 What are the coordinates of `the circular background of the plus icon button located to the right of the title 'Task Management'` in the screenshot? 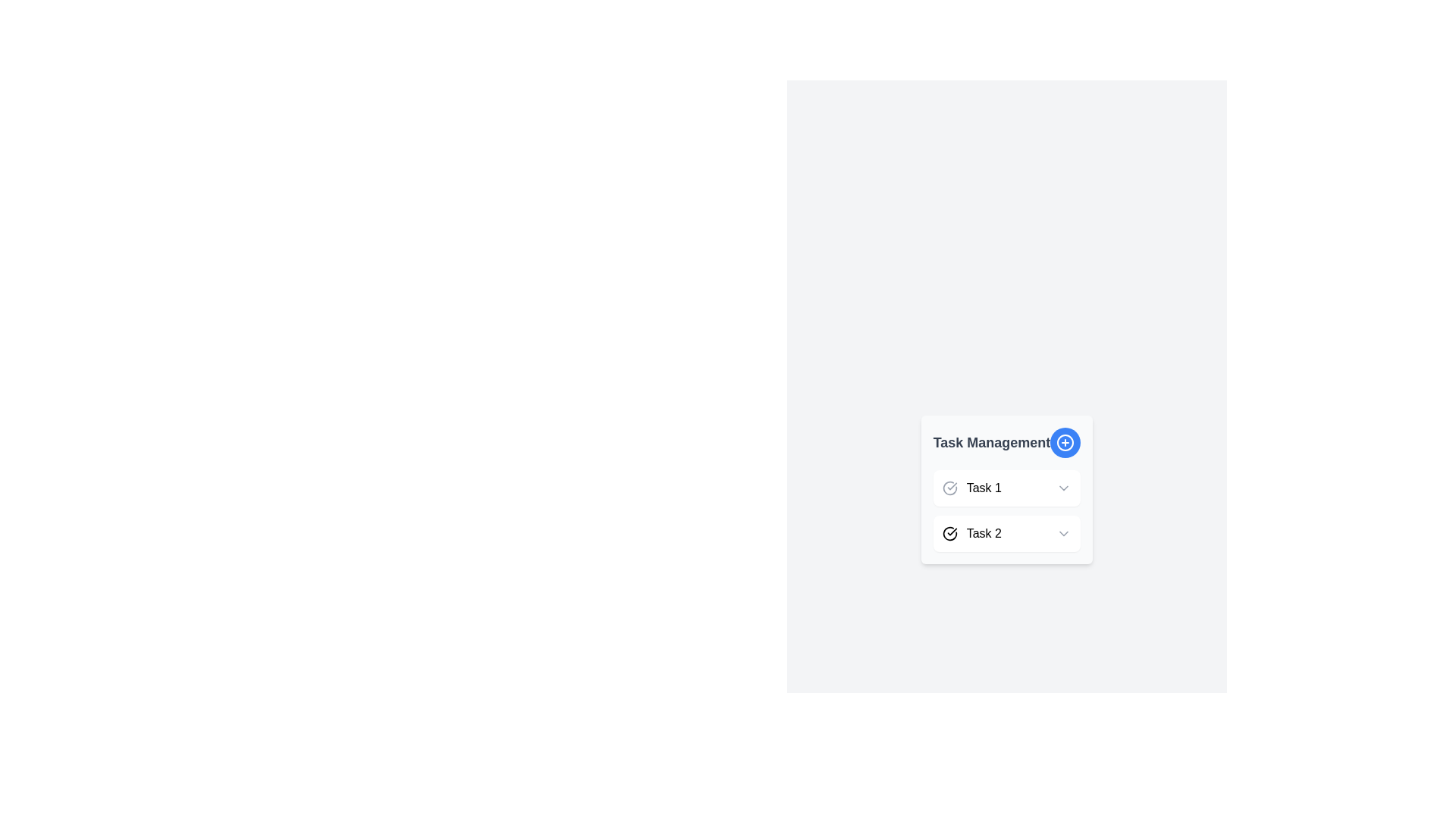 It's located at (1065, 442).